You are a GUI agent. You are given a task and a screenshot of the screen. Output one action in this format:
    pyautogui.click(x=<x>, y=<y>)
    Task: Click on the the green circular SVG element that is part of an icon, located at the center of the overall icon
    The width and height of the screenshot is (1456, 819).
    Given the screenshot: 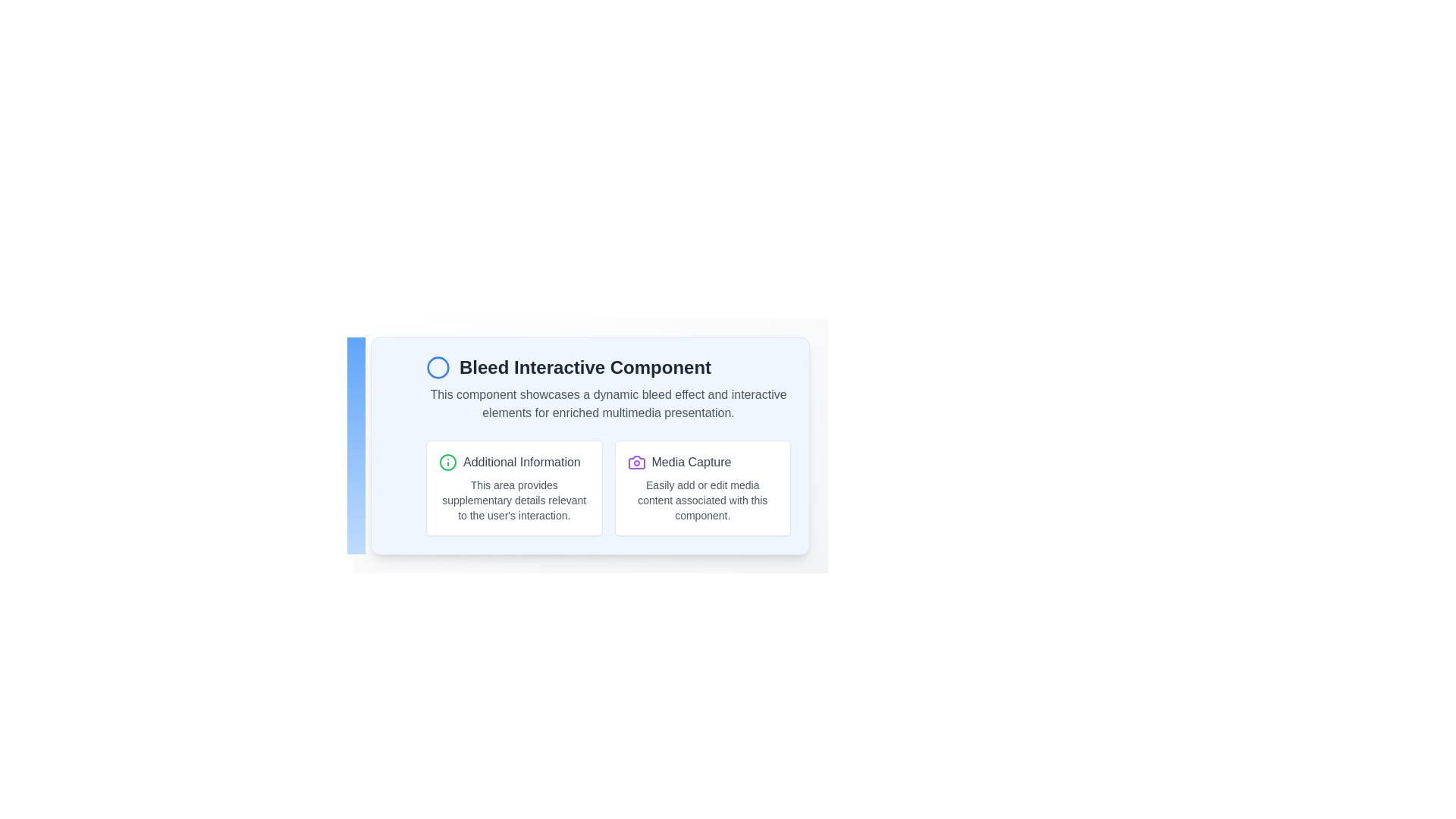 What is the action you would take?
    pyautogui.click(x=447, y=461)
    